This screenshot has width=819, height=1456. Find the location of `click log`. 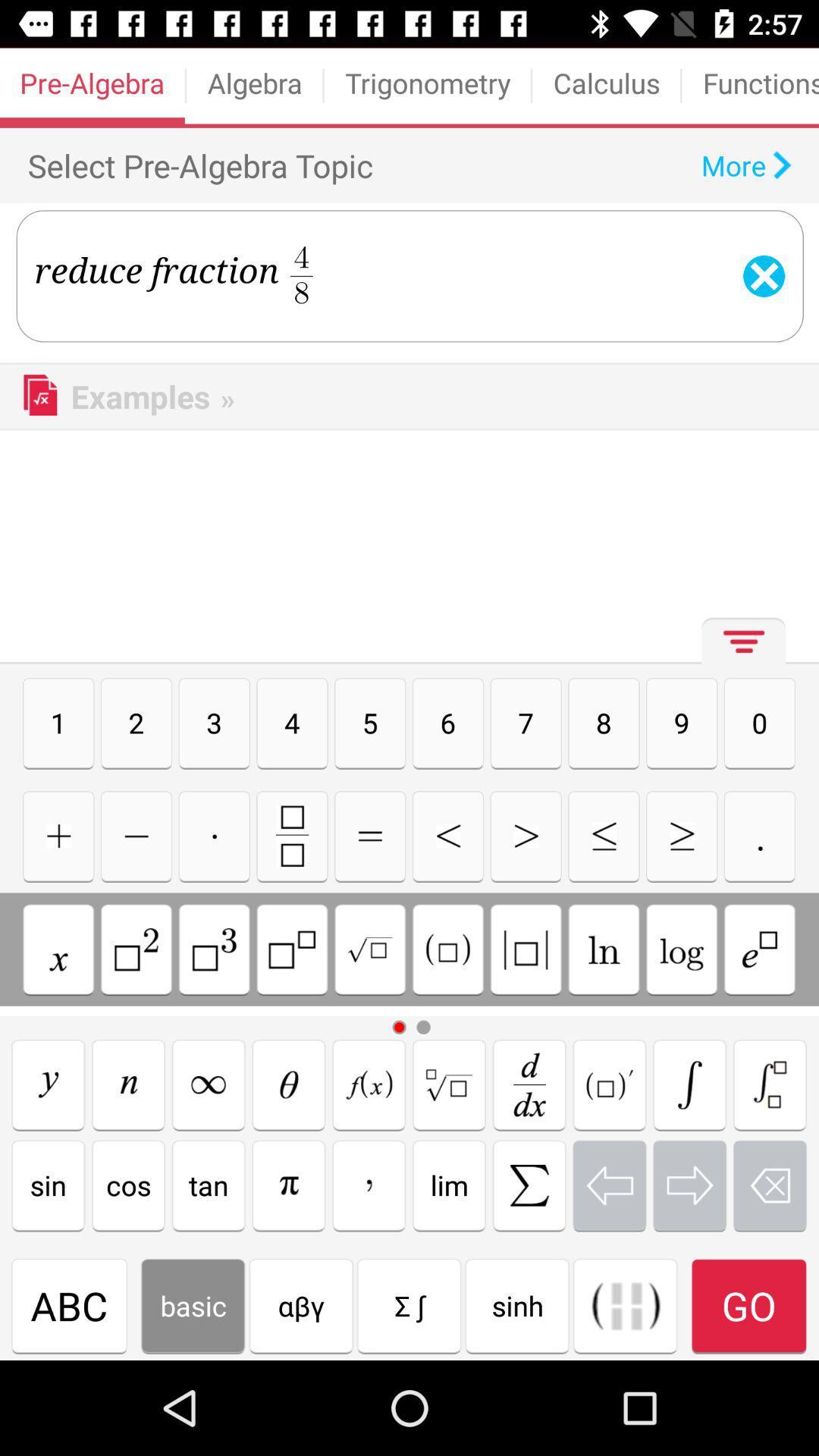

click log is located at coordinates (681, 949).